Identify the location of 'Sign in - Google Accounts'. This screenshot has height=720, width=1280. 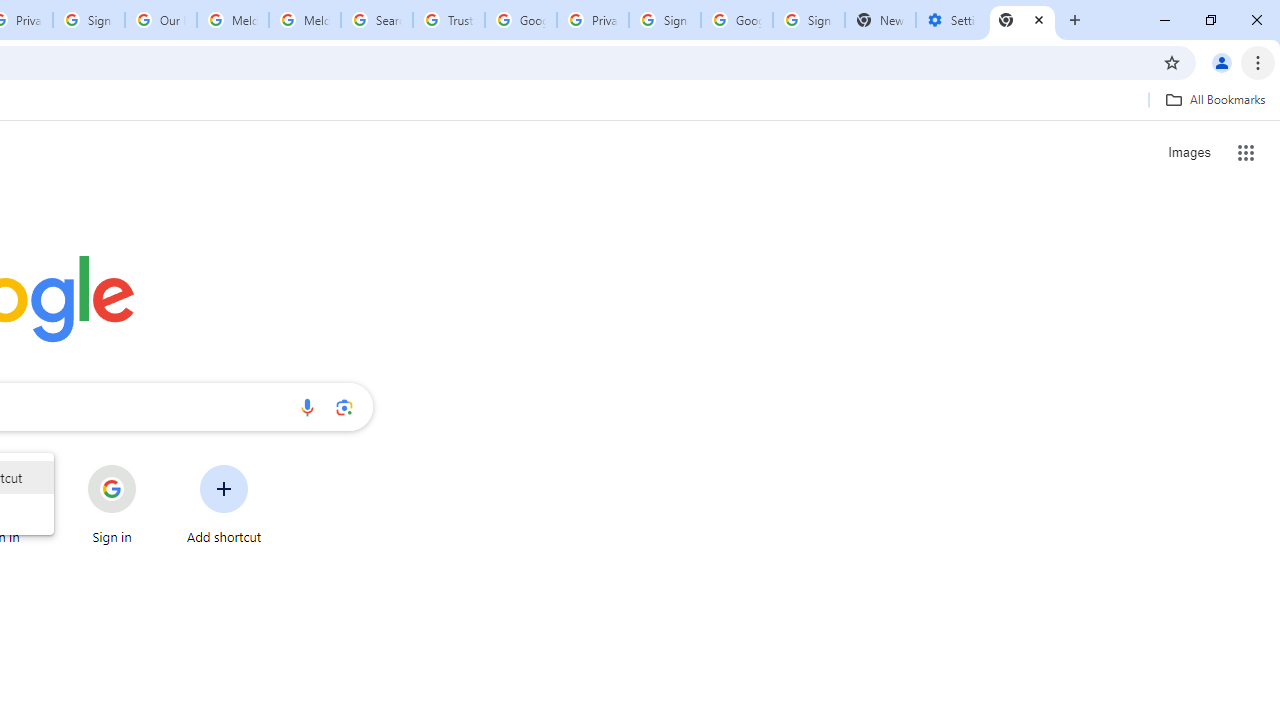
(808, 20).